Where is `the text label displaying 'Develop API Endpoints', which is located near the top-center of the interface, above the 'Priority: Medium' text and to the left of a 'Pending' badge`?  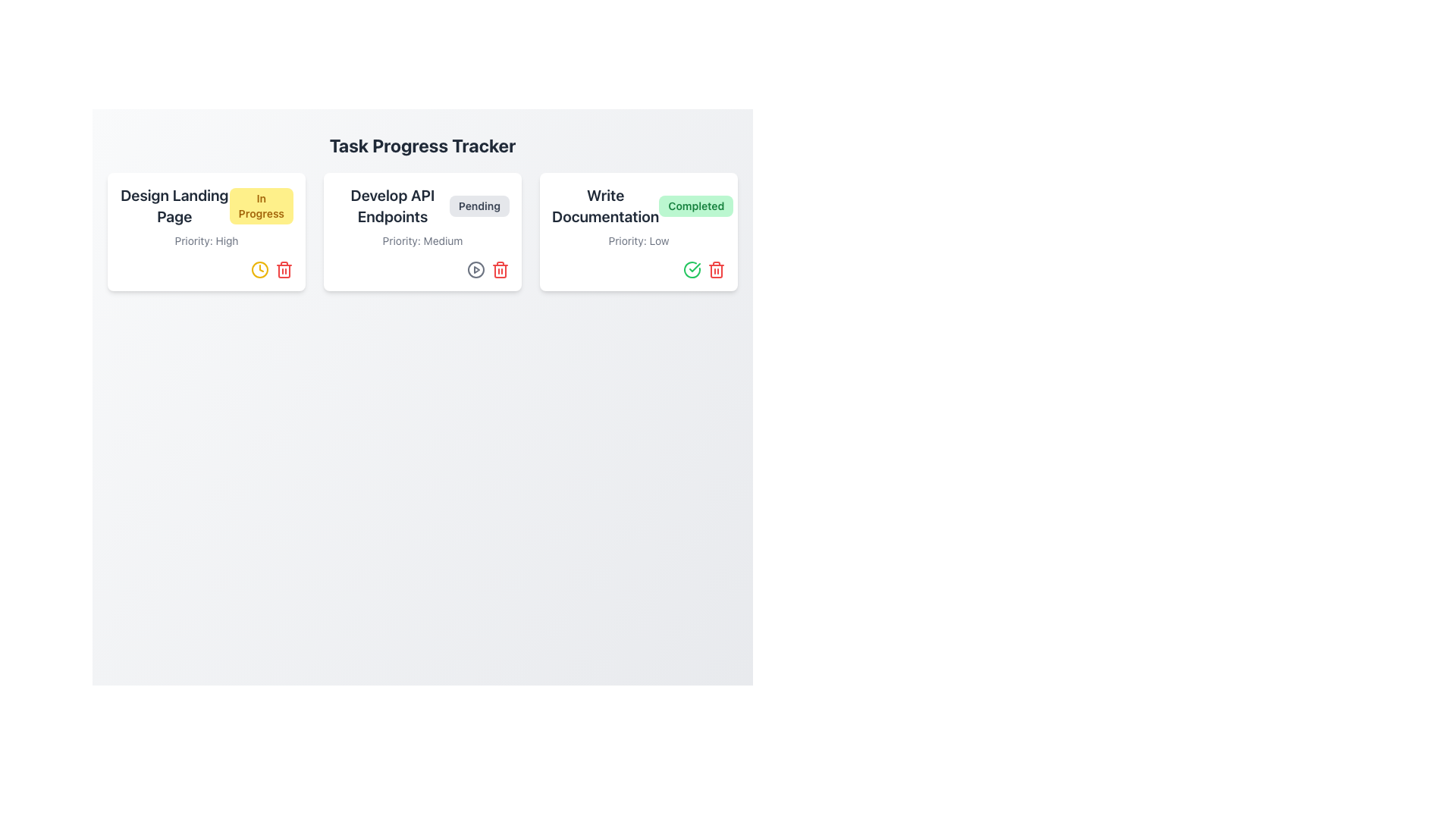
the text label displaying 'Develop API Endpoints', which is located near the top-center of the interface, above the 'Priority: Medium' text and to the left of a 'Pending' badge is located at coordinates (393, 206).